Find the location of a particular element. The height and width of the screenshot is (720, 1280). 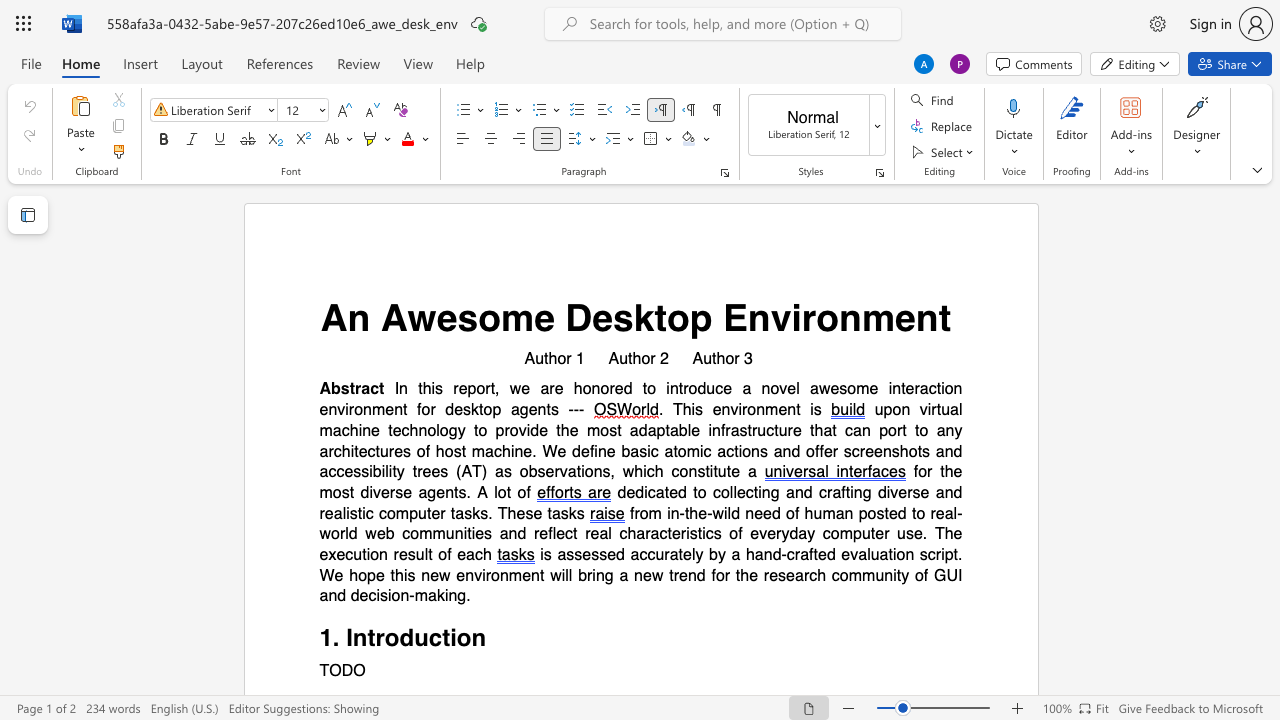

the space between the continuous character "i" and "o" in the text is located at coordinates (457, 638).